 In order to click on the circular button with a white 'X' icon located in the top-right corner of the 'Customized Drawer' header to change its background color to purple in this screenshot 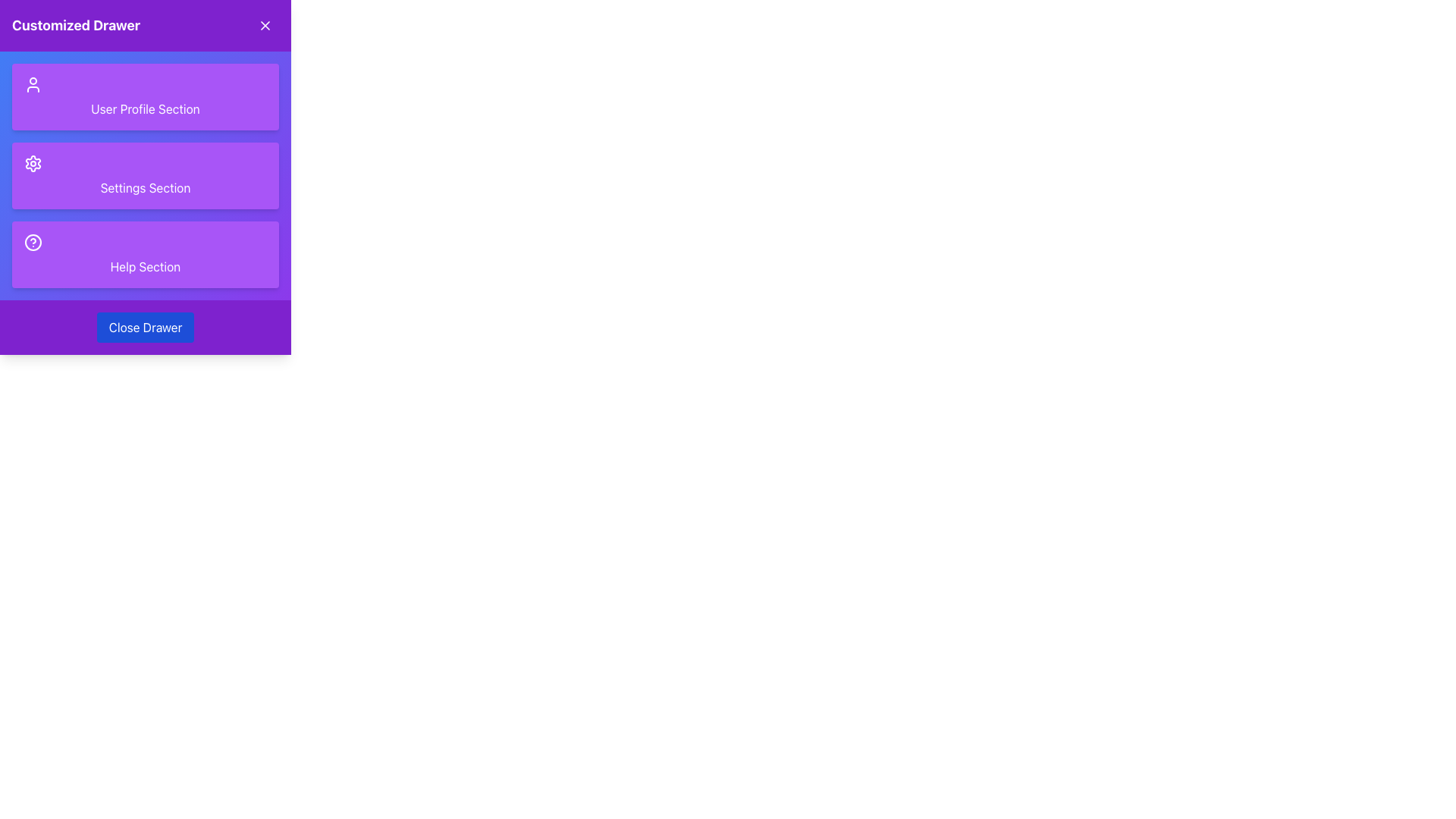, I will do `click(265, 26)`.